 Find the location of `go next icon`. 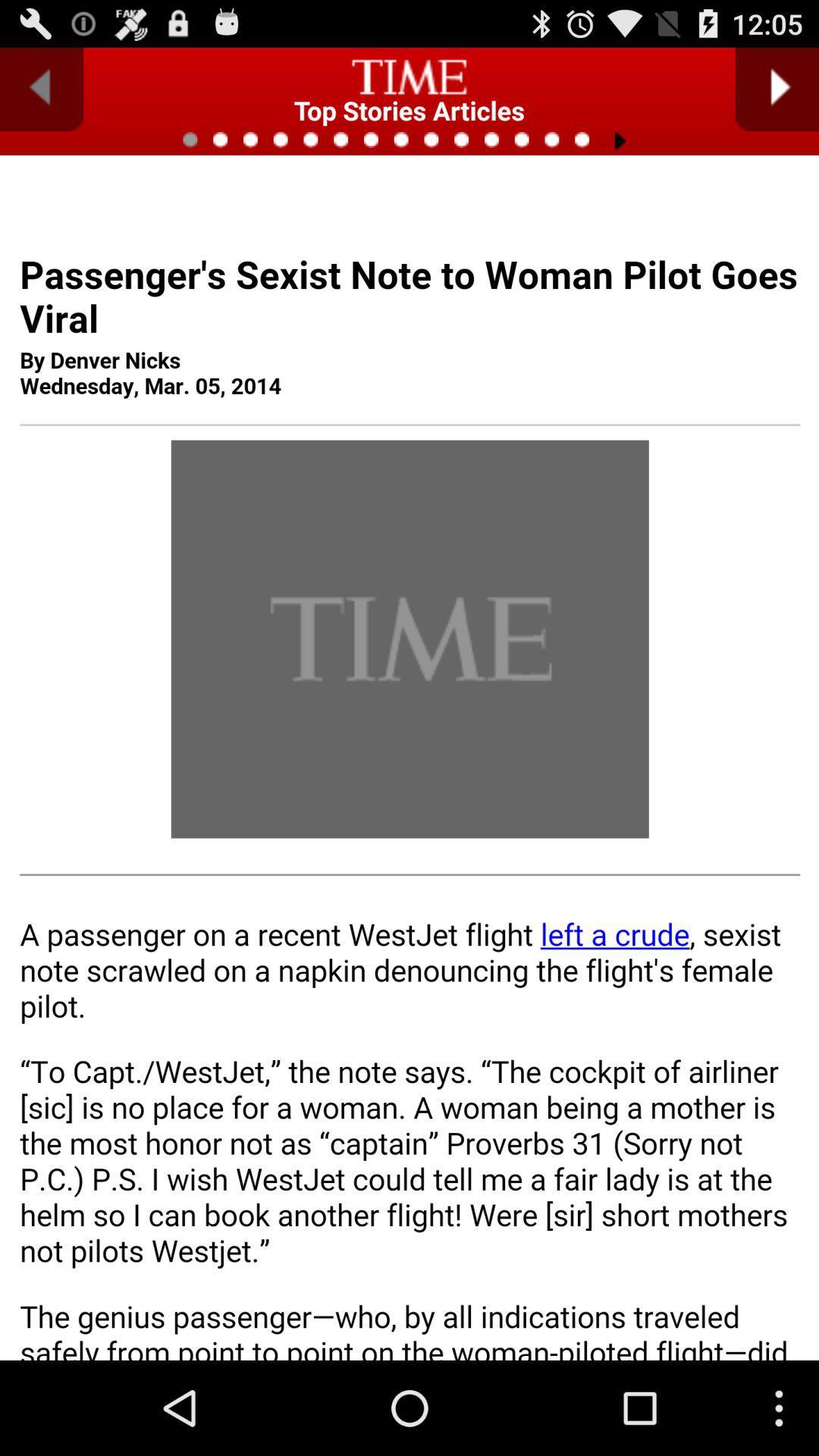

go next icon is located at coordinates (777, 89).